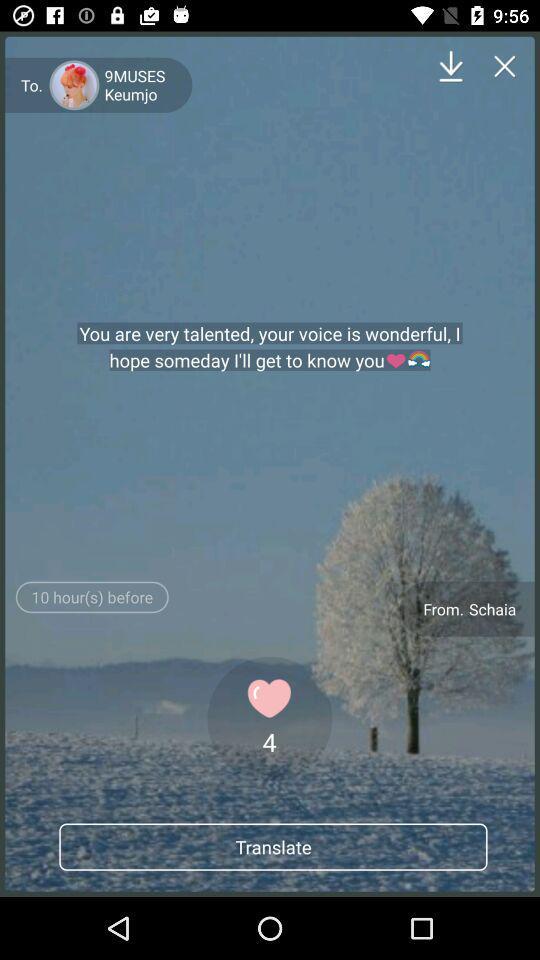 The height and width of the screenshot is (960, 540). Describe the element at coordinates (270, 347) in the screenshot. I see `the item above the 10 hour s icon` at that location.